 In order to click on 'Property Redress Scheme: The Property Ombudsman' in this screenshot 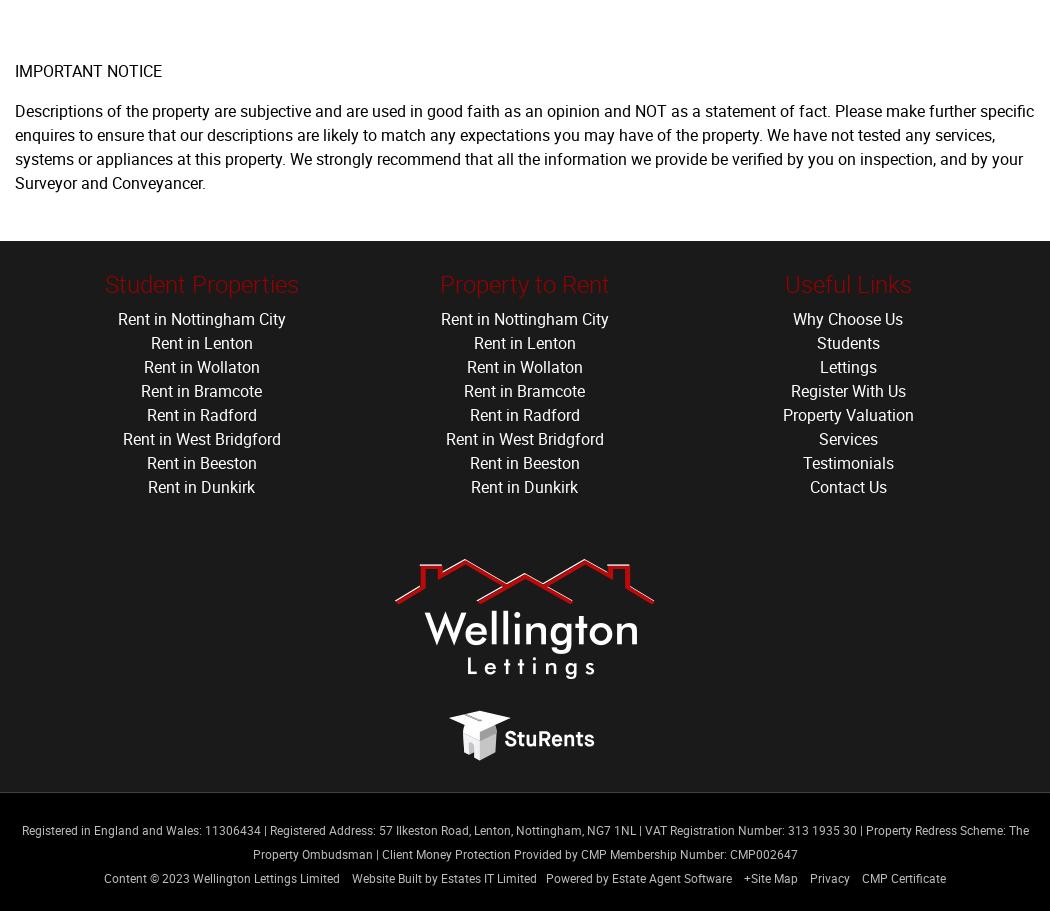, I will do `click(638, 841)`.